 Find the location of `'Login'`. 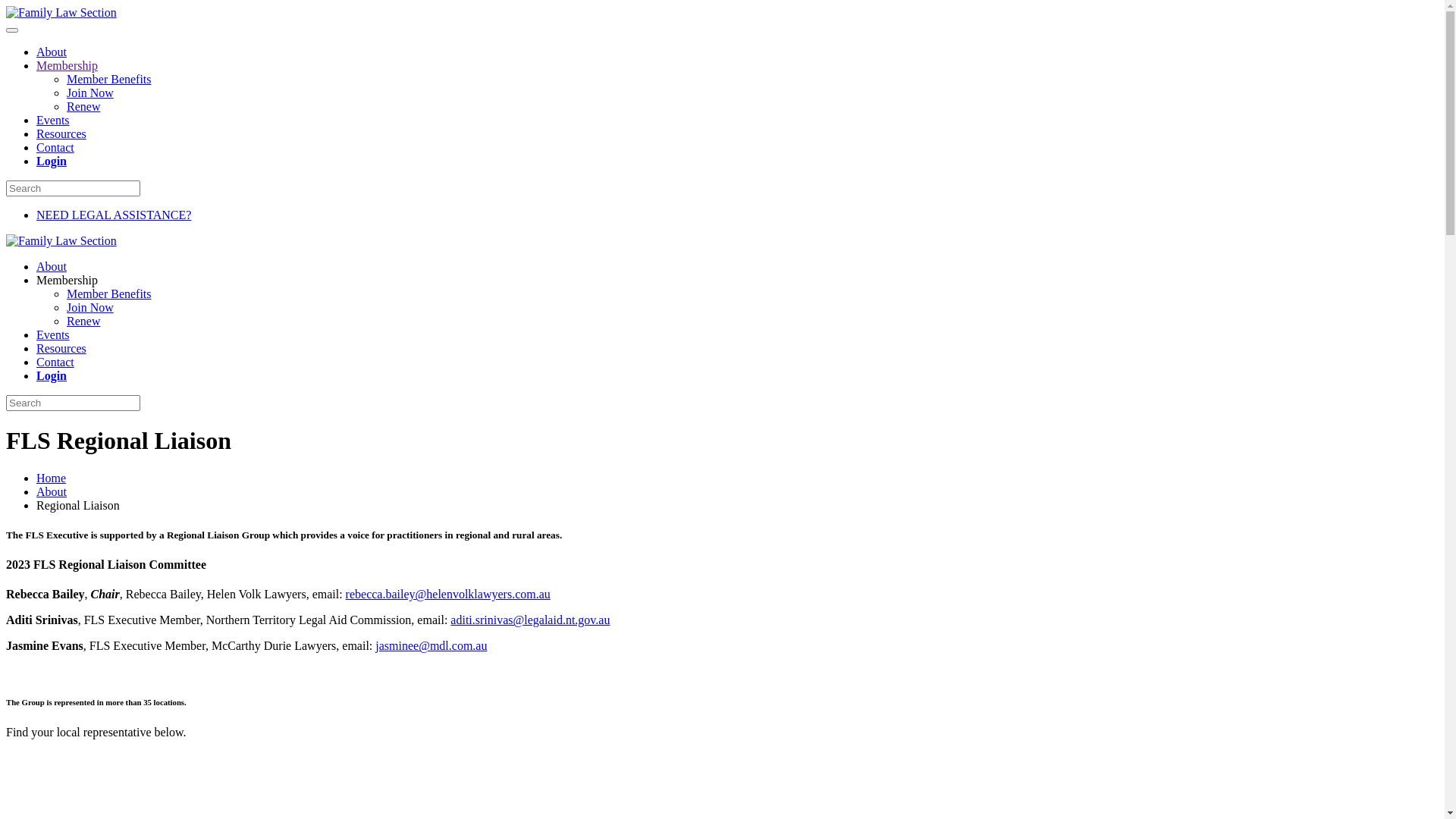

'Login' is located at coordinates (51, 375).